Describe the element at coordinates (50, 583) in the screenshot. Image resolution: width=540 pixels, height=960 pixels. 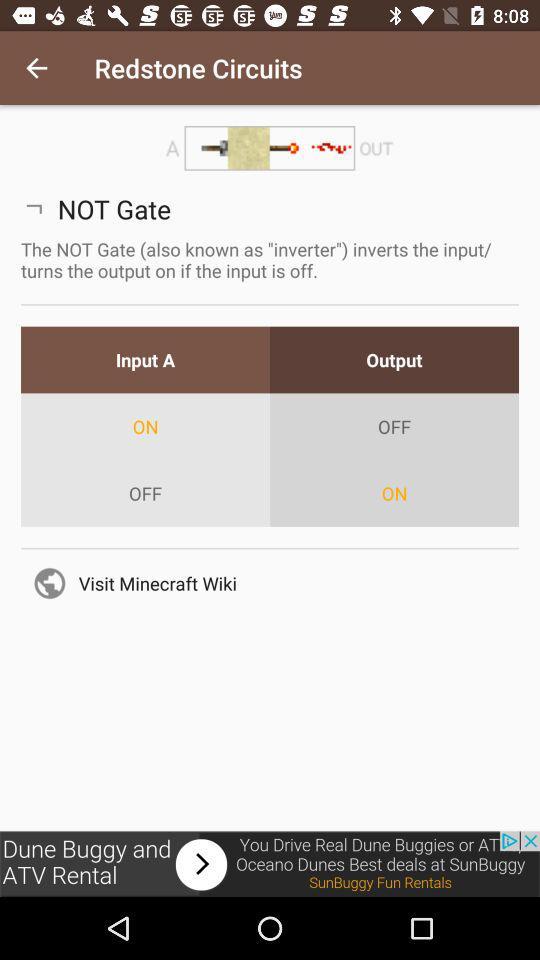
I see `the icon which is before visit minecraft wiki on page` at that location.